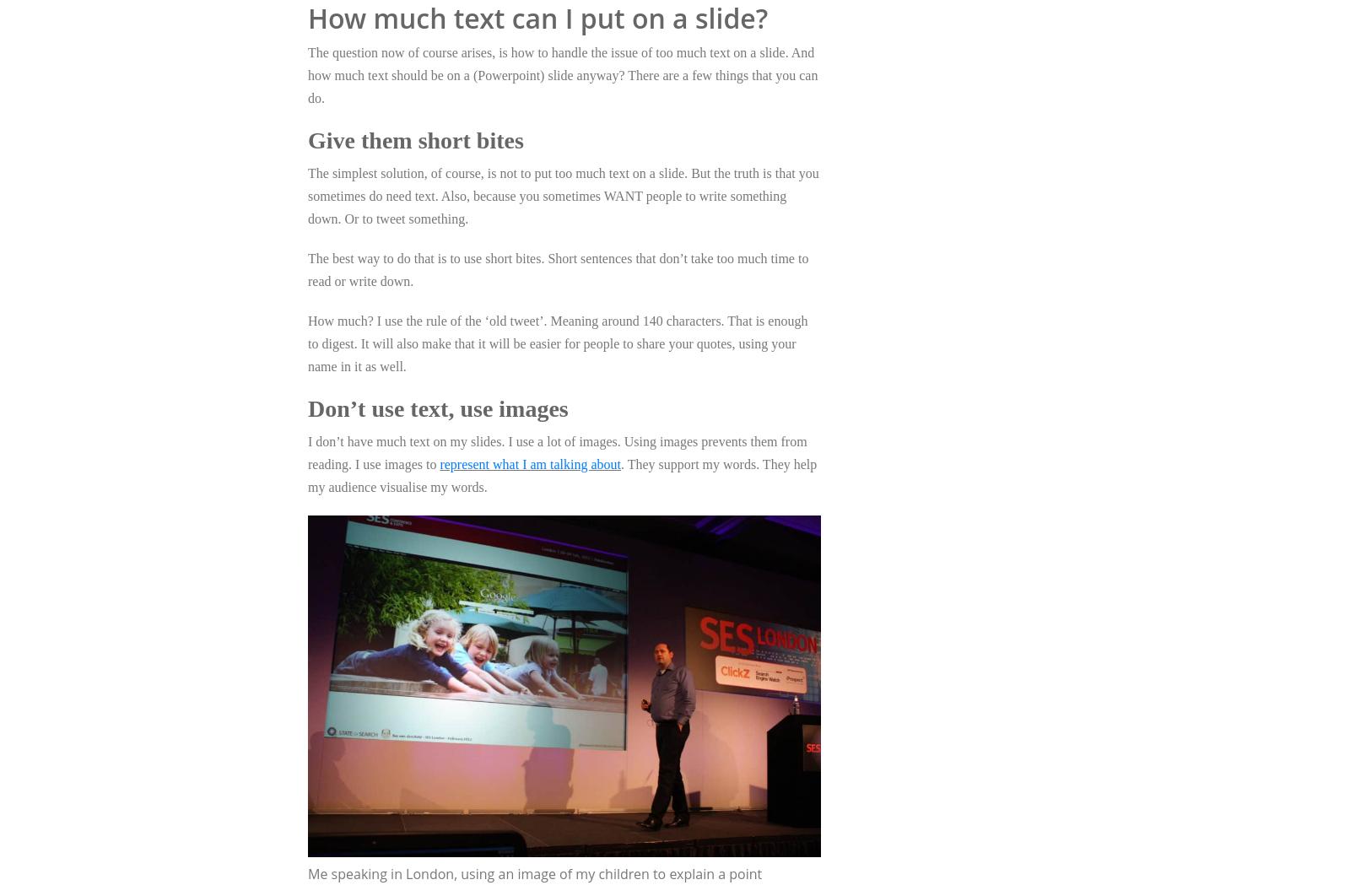 Image resolution: width=1350 pixels, height=896 pixels. I want to click on '. They support my words. They help my audience visualise my words.', so click(562, 474).